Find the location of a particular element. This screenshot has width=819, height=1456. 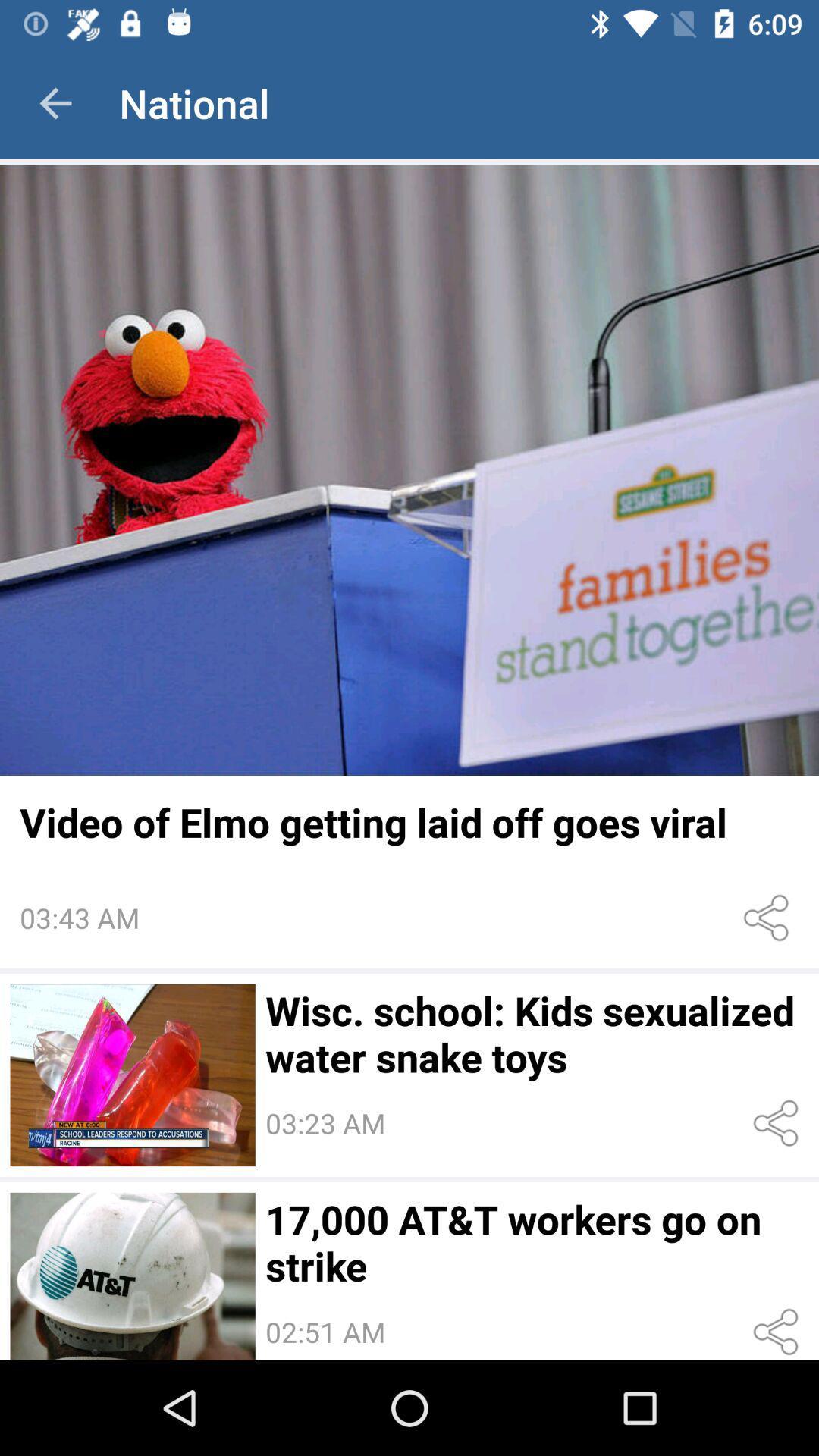

share this post is located at coordinates (779, 1123).